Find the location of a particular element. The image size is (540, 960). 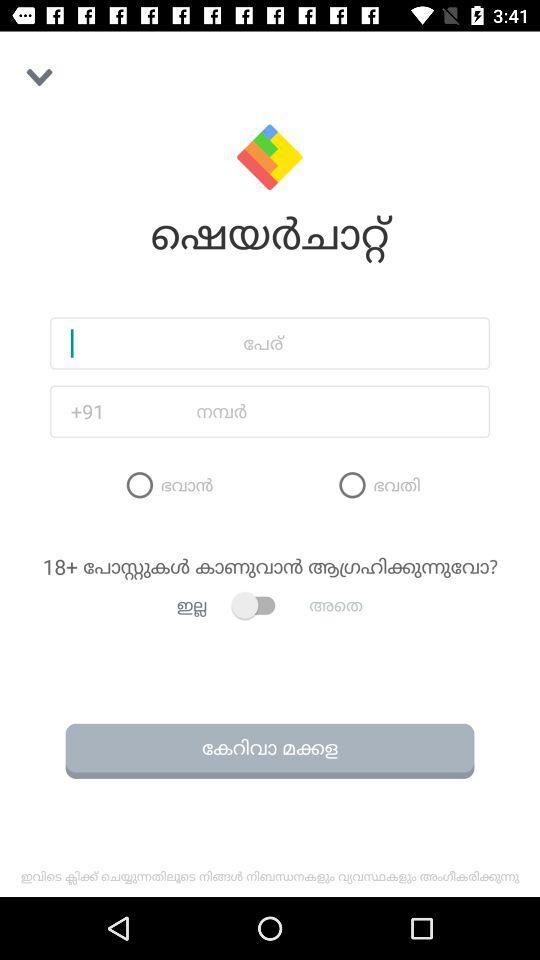

the button on the top left corner of the web page is located at coordinates (39, 77).